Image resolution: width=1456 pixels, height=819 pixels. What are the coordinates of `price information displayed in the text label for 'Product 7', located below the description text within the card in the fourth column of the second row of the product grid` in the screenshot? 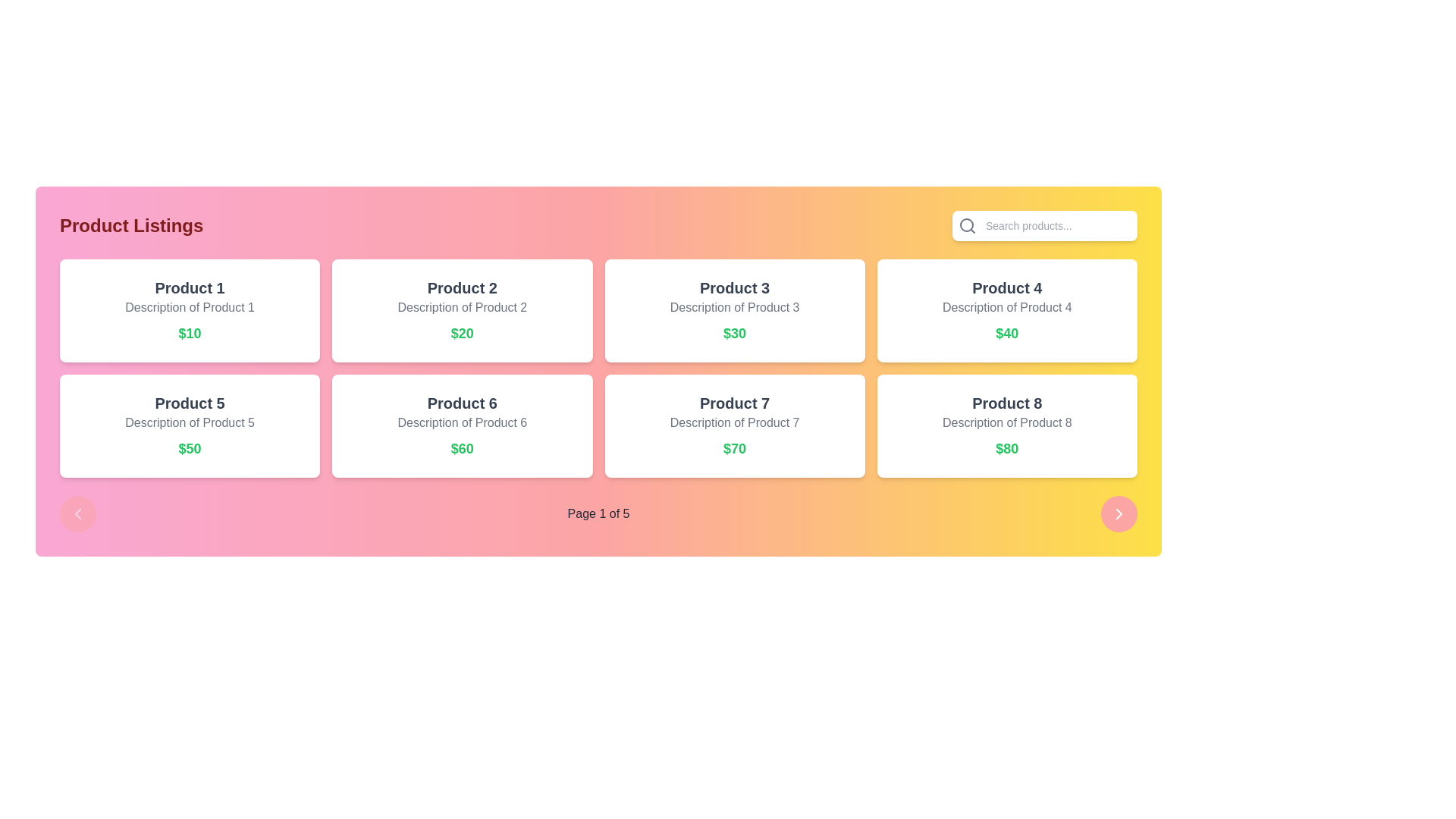 It's located at (735, 447).